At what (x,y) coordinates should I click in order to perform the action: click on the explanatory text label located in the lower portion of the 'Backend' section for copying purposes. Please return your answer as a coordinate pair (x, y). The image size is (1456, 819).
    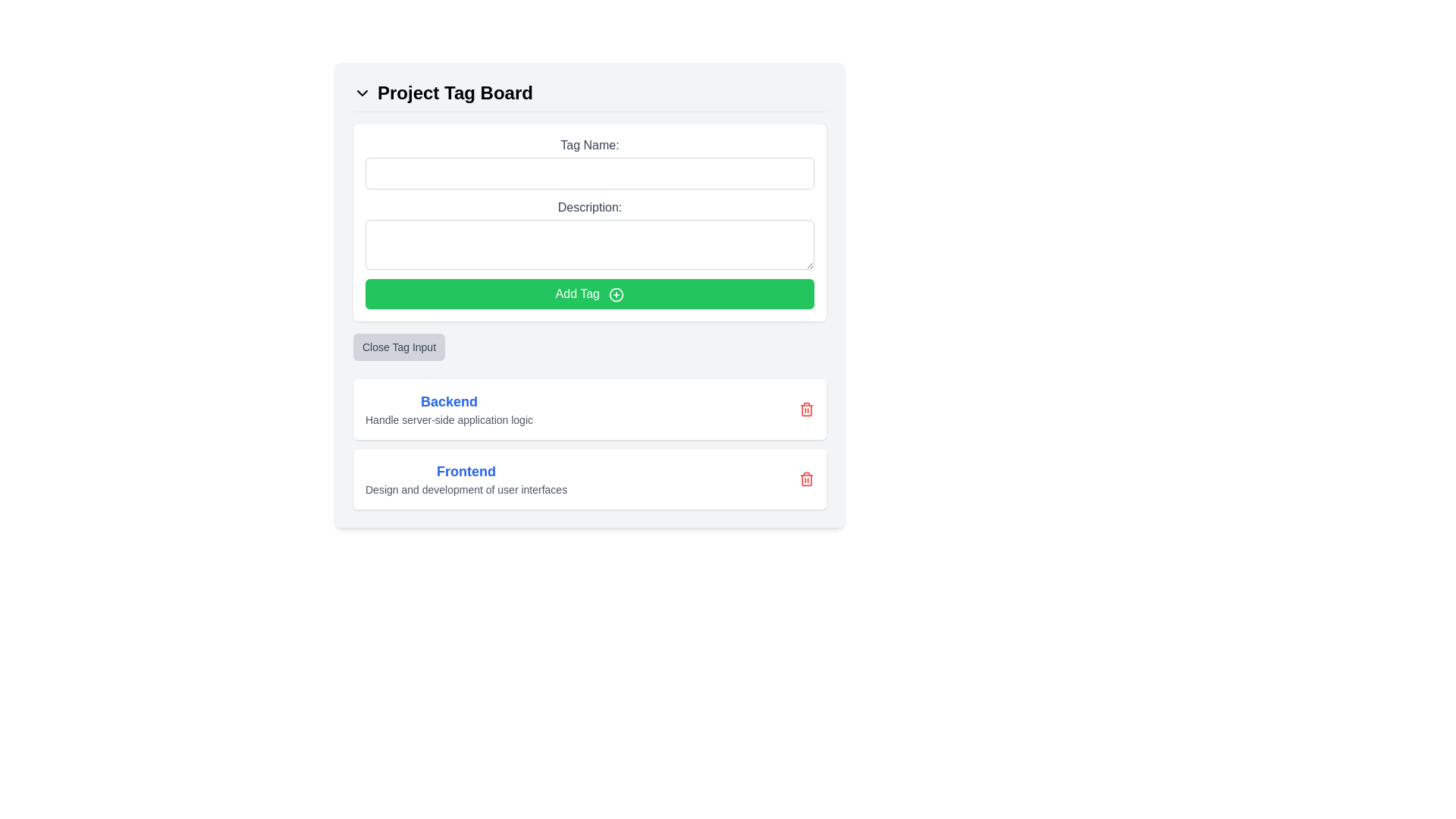
    Looking at the image, I should click on (448, 420).